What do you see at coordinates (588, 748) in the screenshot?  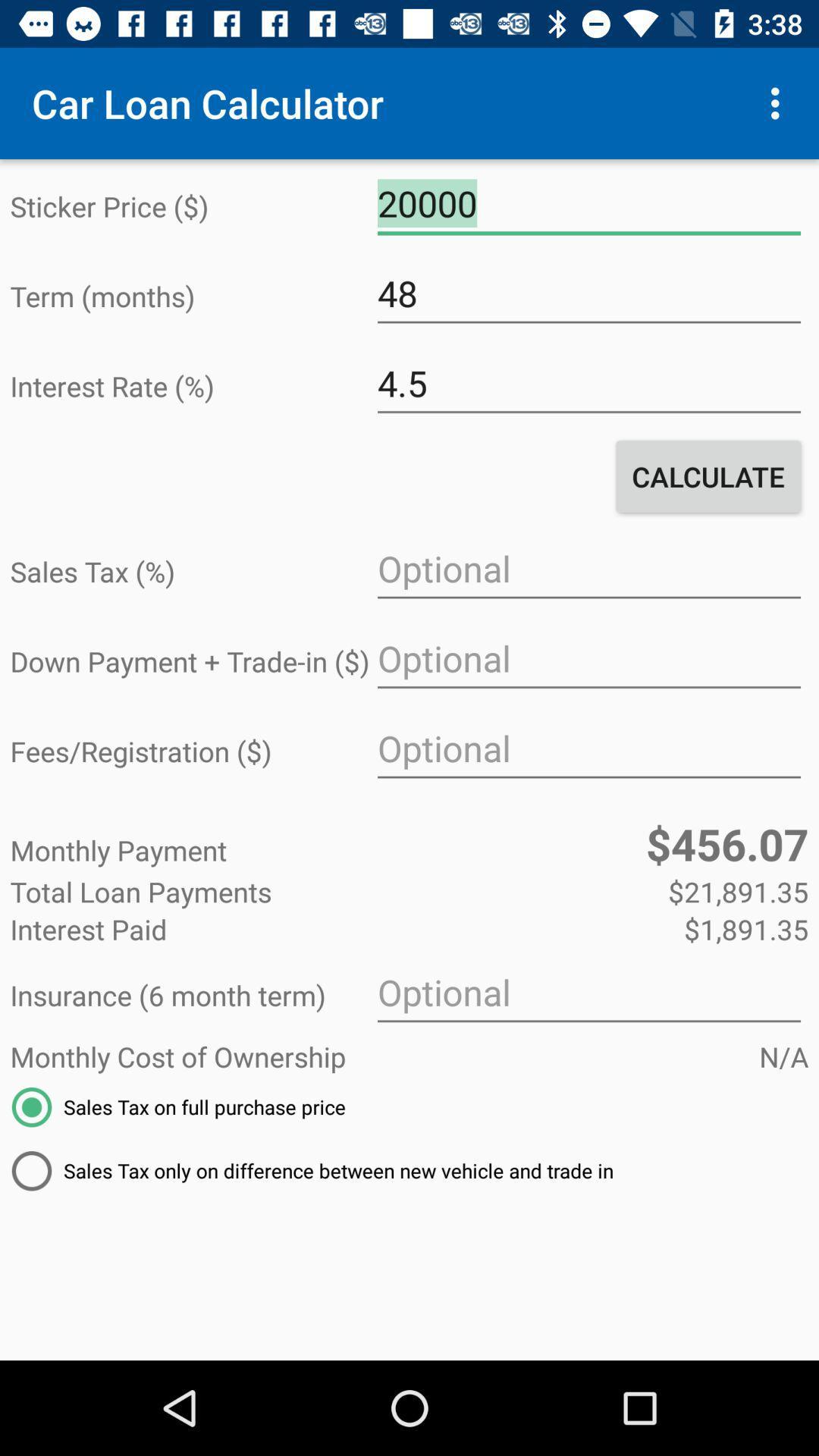 I see `the numeric value of the fees/registration` at bounding box center [588, 748].